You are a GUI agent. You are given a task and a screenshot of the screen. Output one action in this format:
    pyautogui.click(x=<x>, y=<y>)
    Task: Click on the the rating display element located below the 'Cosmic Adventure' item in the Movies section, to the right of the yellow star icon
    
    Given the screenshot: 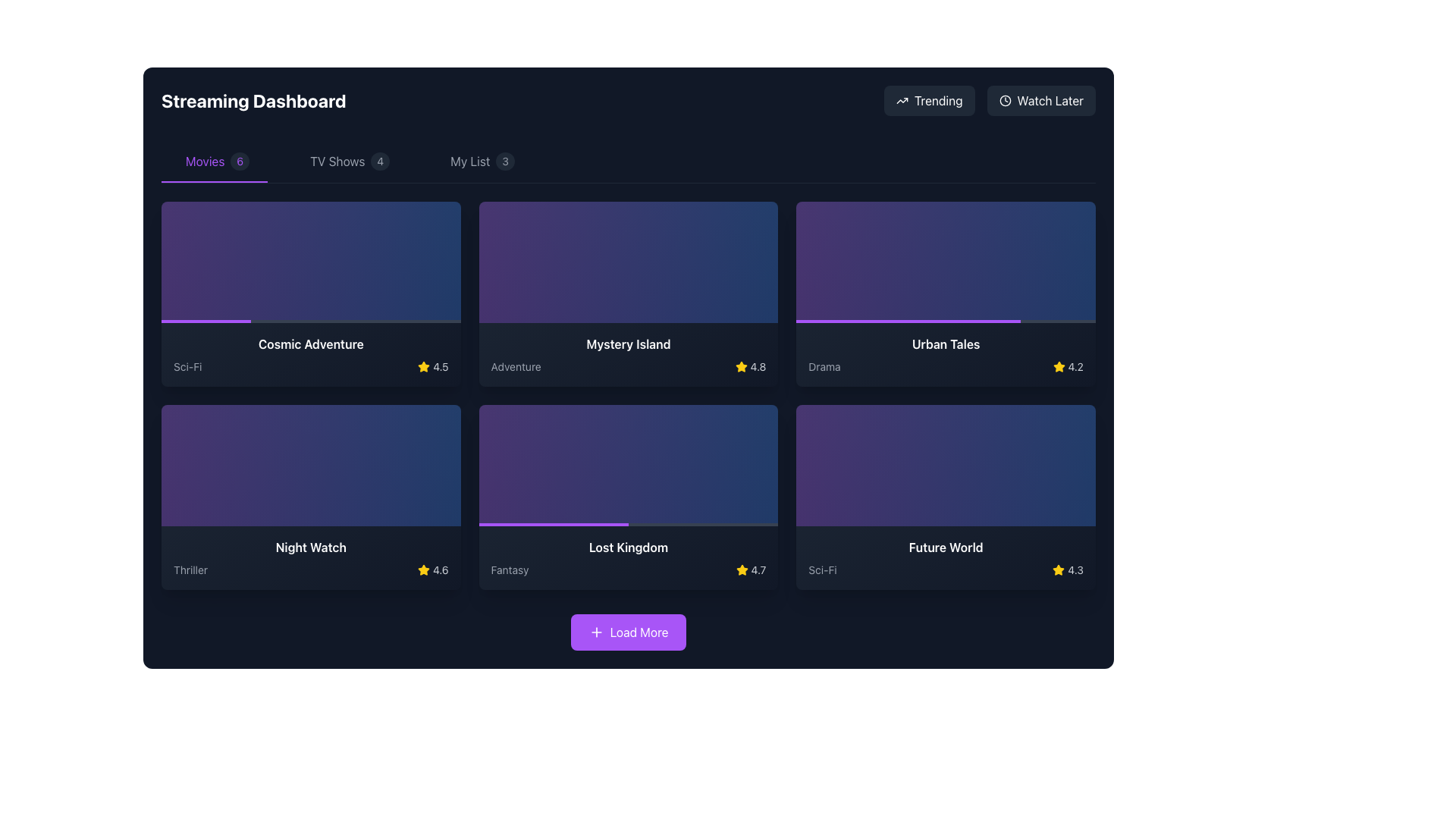 What is the action you would take?
    pyautogui.click(x=440, y=366)
    